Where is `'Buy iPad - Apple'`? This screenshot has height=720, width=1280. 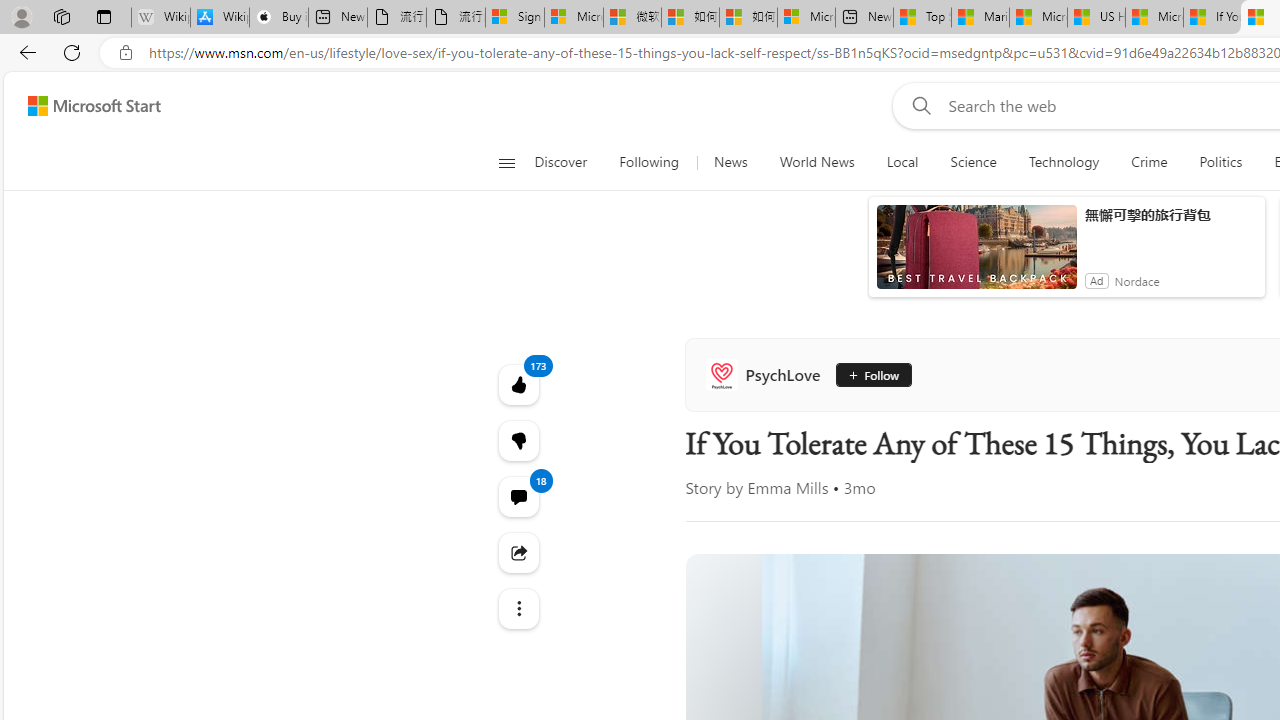
'Buy iPad - Apple' is located at coordinates (278, 17).